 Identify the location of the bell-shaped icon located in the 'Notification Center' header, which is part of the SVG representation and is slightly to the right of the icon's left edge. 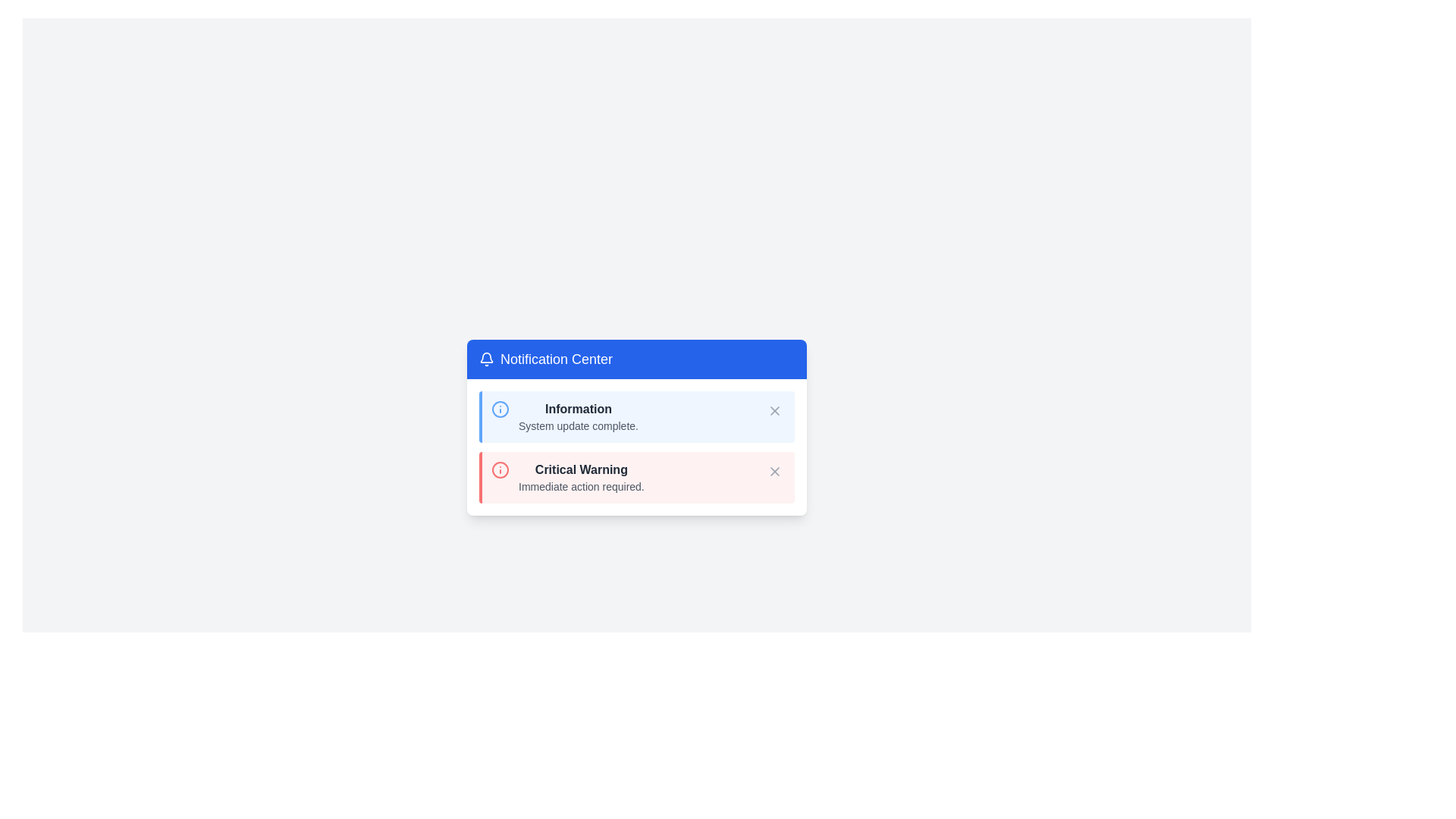
(487, 357).